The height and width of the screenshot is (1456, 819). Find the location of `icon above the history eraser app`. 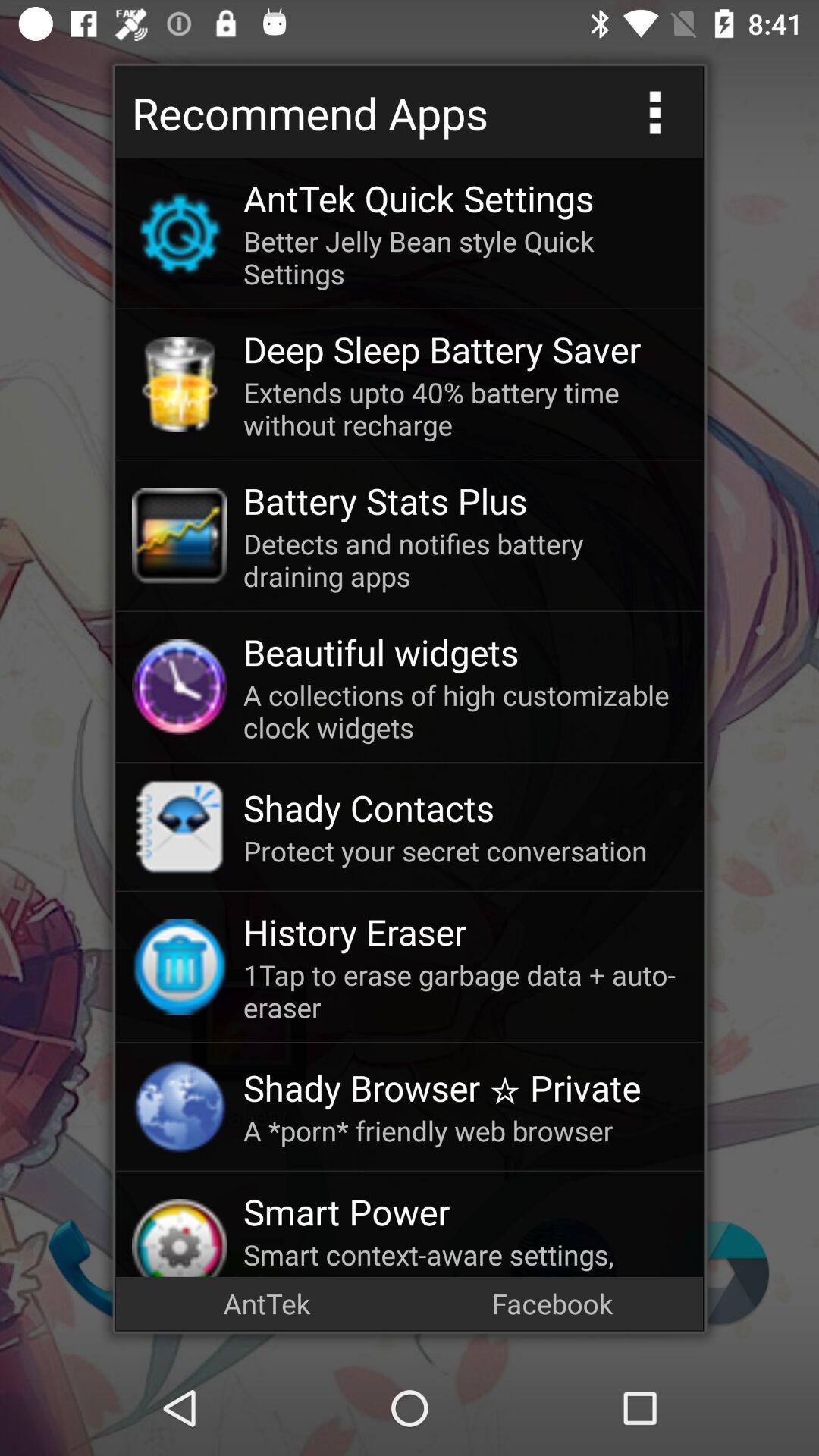

icon above the history eraser app is located at coordinates (464, 851).